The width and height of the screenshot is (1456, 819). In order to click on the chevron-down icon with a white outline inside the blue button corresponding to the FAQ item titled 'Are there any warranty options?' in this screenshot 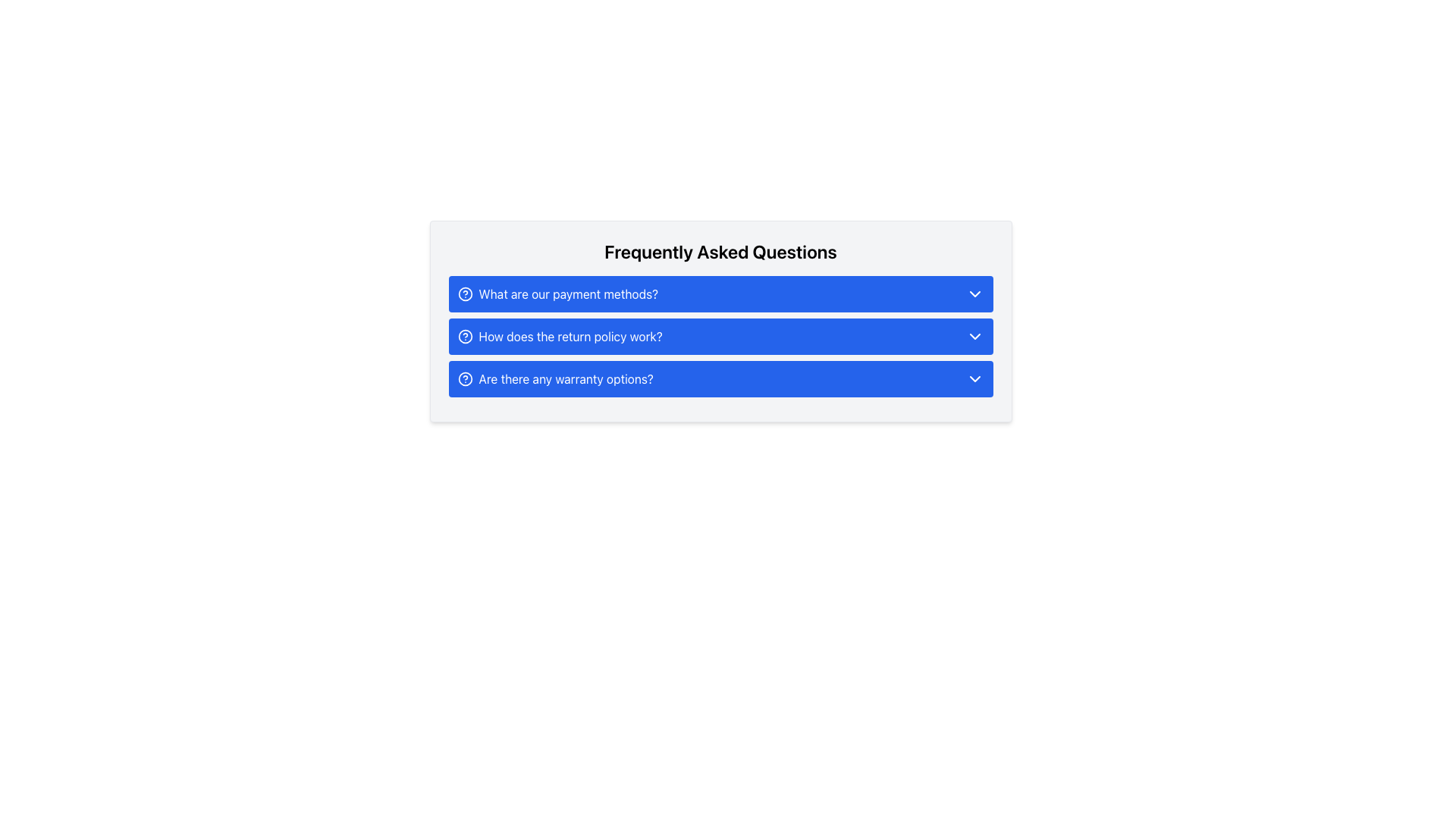, I will do `click(974, 378)`.